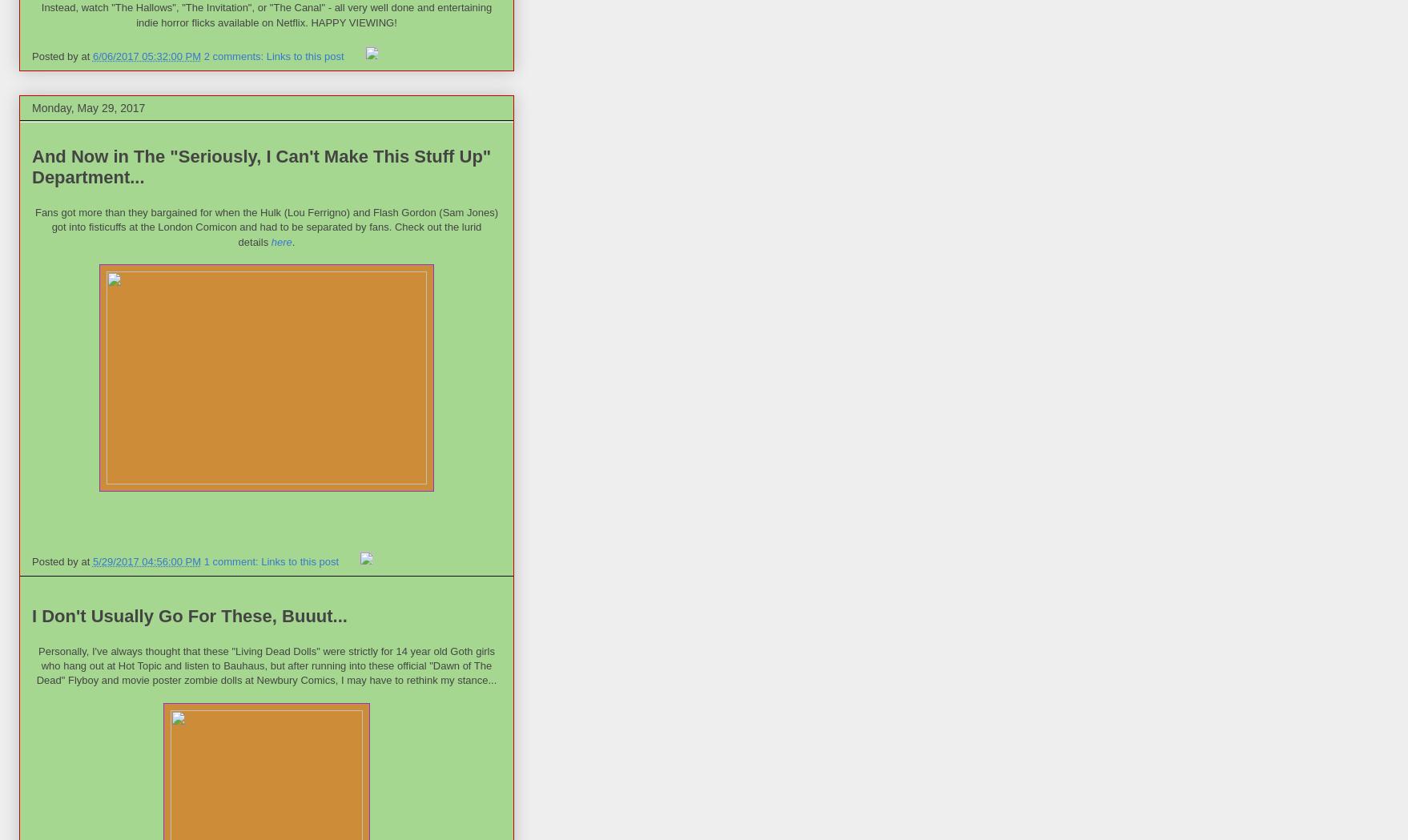 The image size is (1408, 840). Describe the element at coordinates (271, 241) in the screenshot. I see `'here'` at that location.